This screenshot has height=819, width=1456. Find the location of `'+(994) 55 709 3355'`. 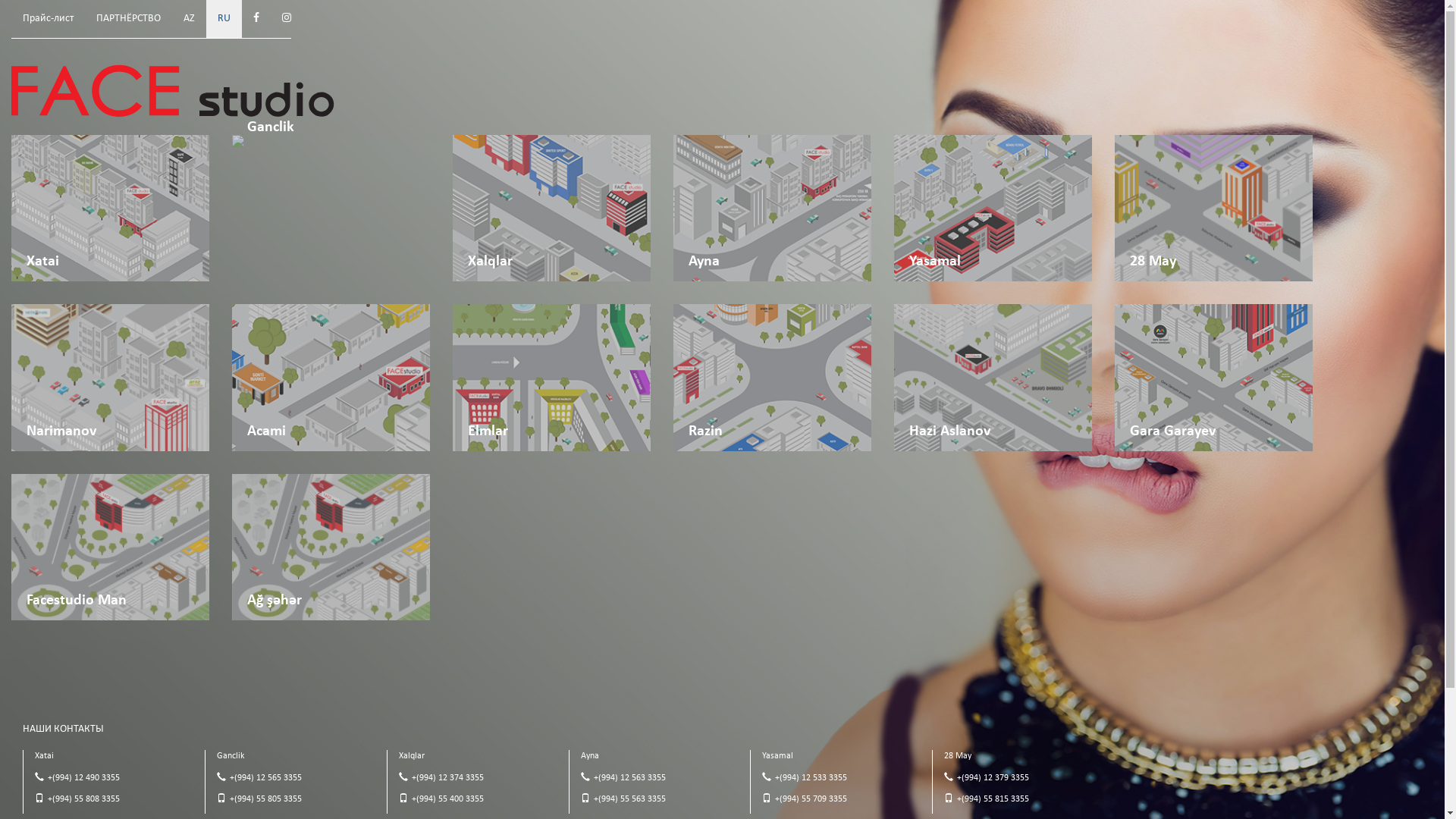

'+(994) 55 709 3355' is located at coordinates (810, 798).